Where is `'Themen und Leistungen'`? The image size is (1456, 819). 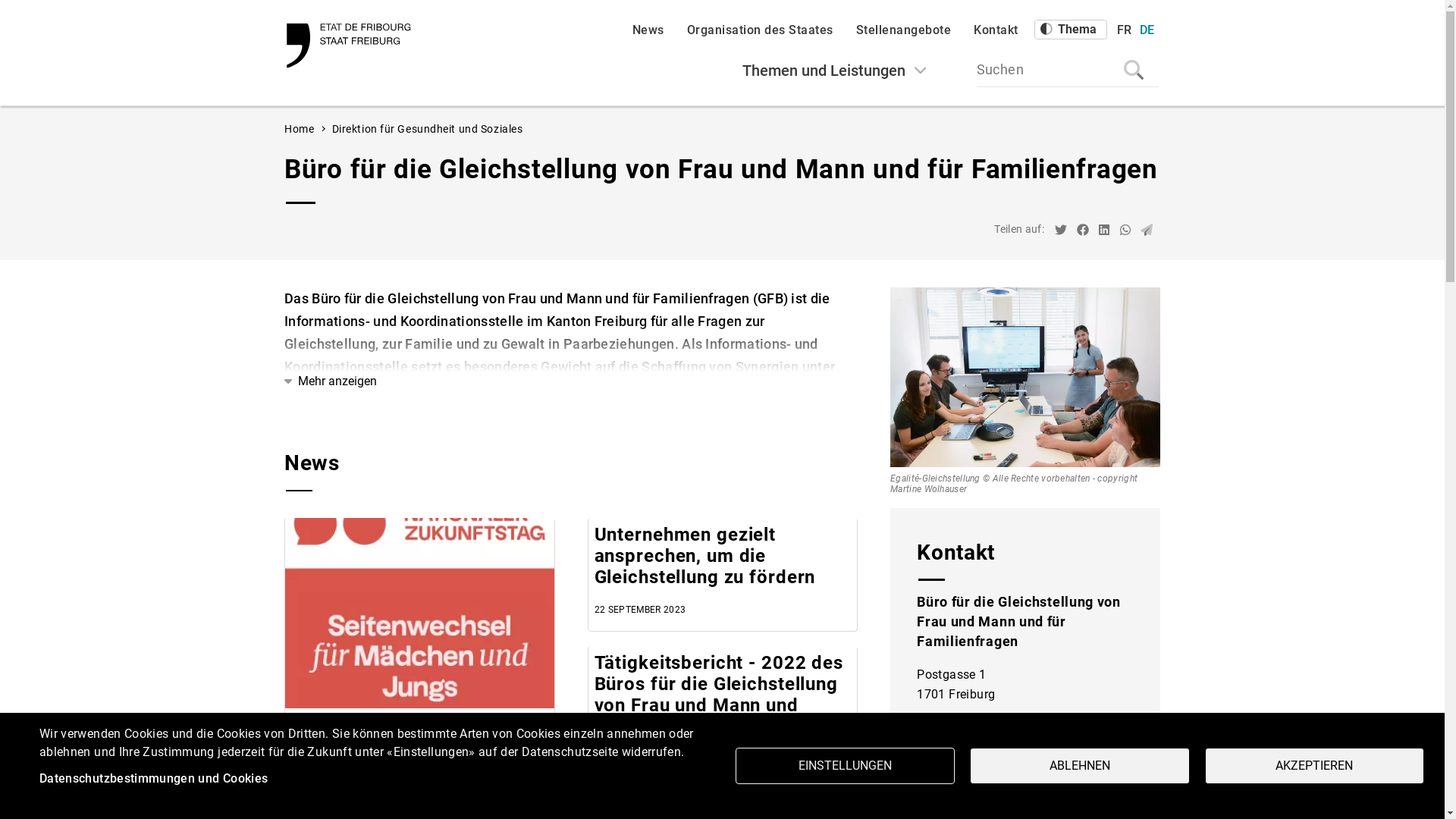
'Themen und Leistungen' is located at coordinates (833, 70).